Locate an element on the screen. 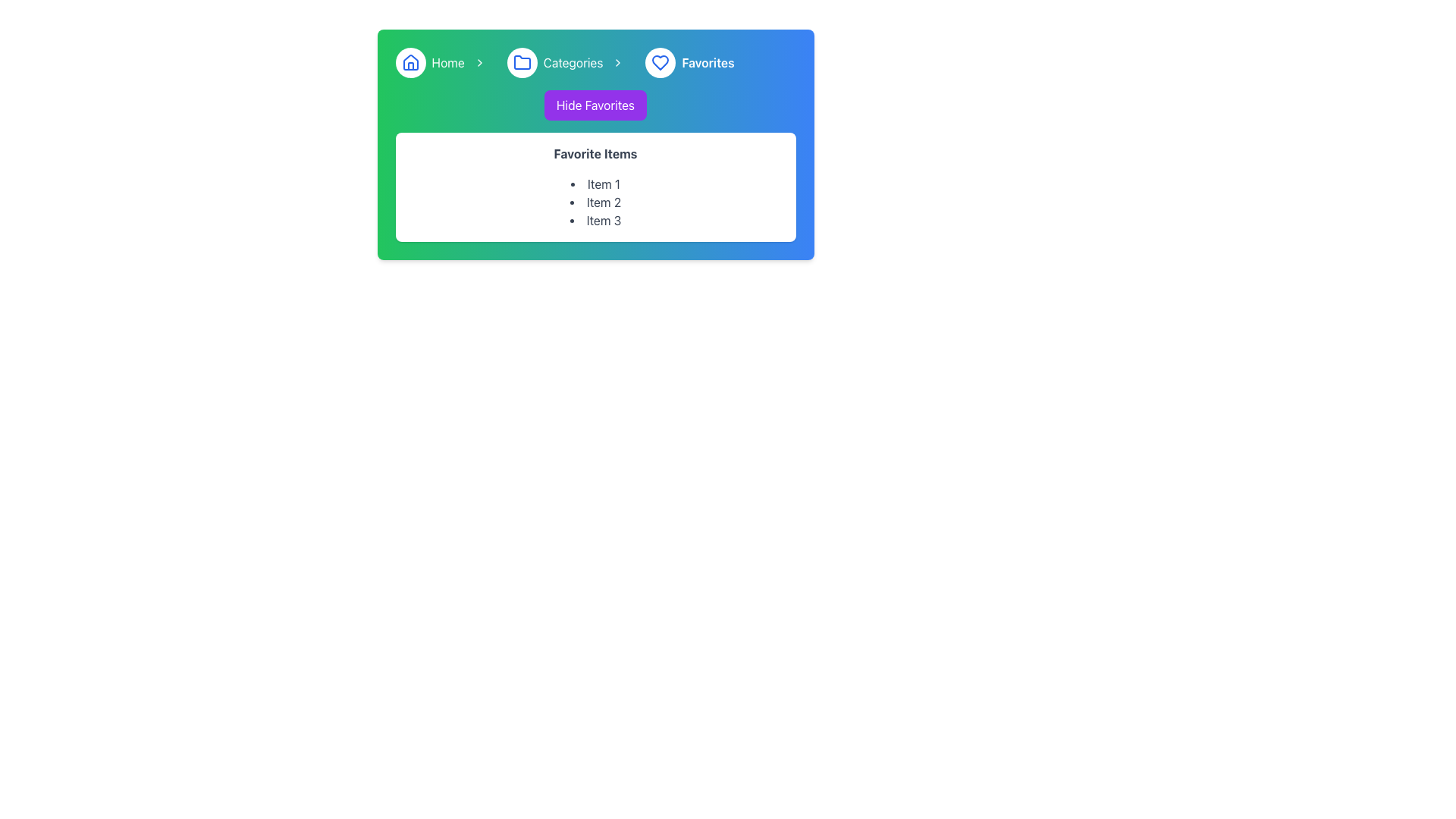 This screenshot has width=1456, height=819. the Breadcrumb navigation link that directs to the 'Favorites' section, which is the third element in the breadcrumb sequence, located to the right of 'Categories' is located at coordinates (689, 62).